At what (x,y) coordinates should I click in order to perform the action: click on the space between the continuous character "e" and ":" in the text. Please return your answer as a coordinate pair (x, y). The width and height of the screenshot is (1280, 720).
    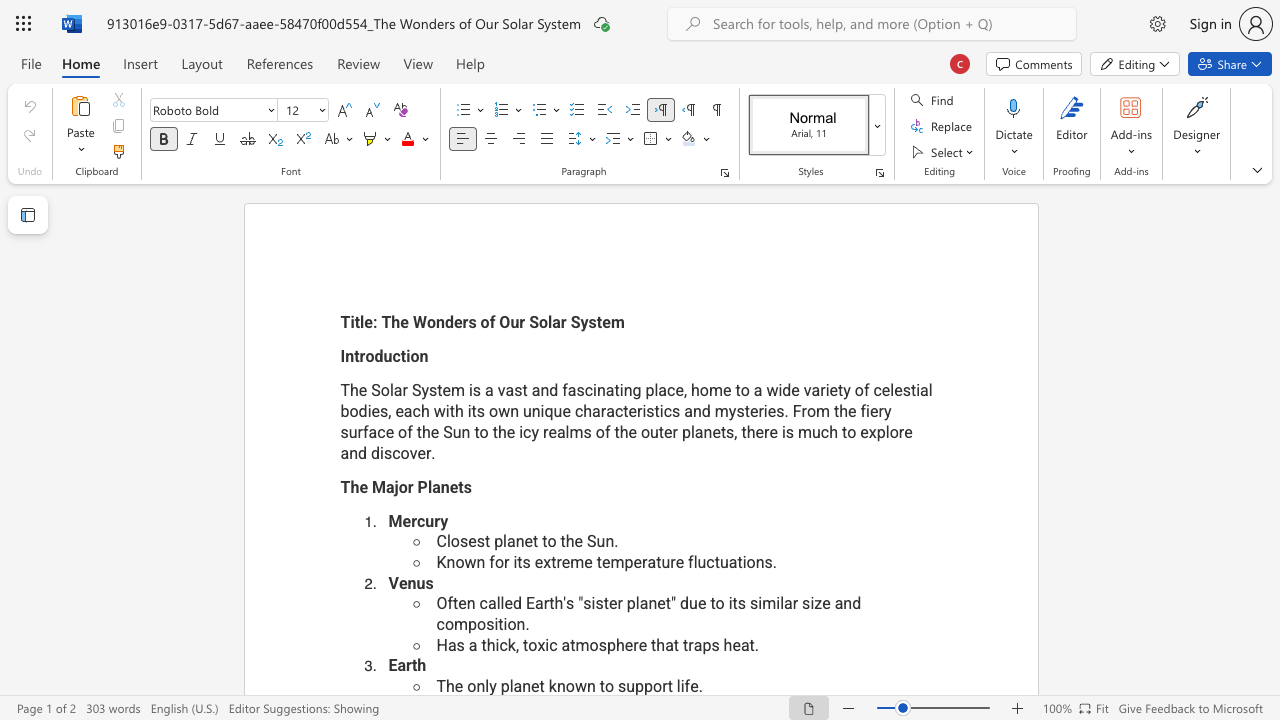
    Looking at the image, I should click on (371, 321).